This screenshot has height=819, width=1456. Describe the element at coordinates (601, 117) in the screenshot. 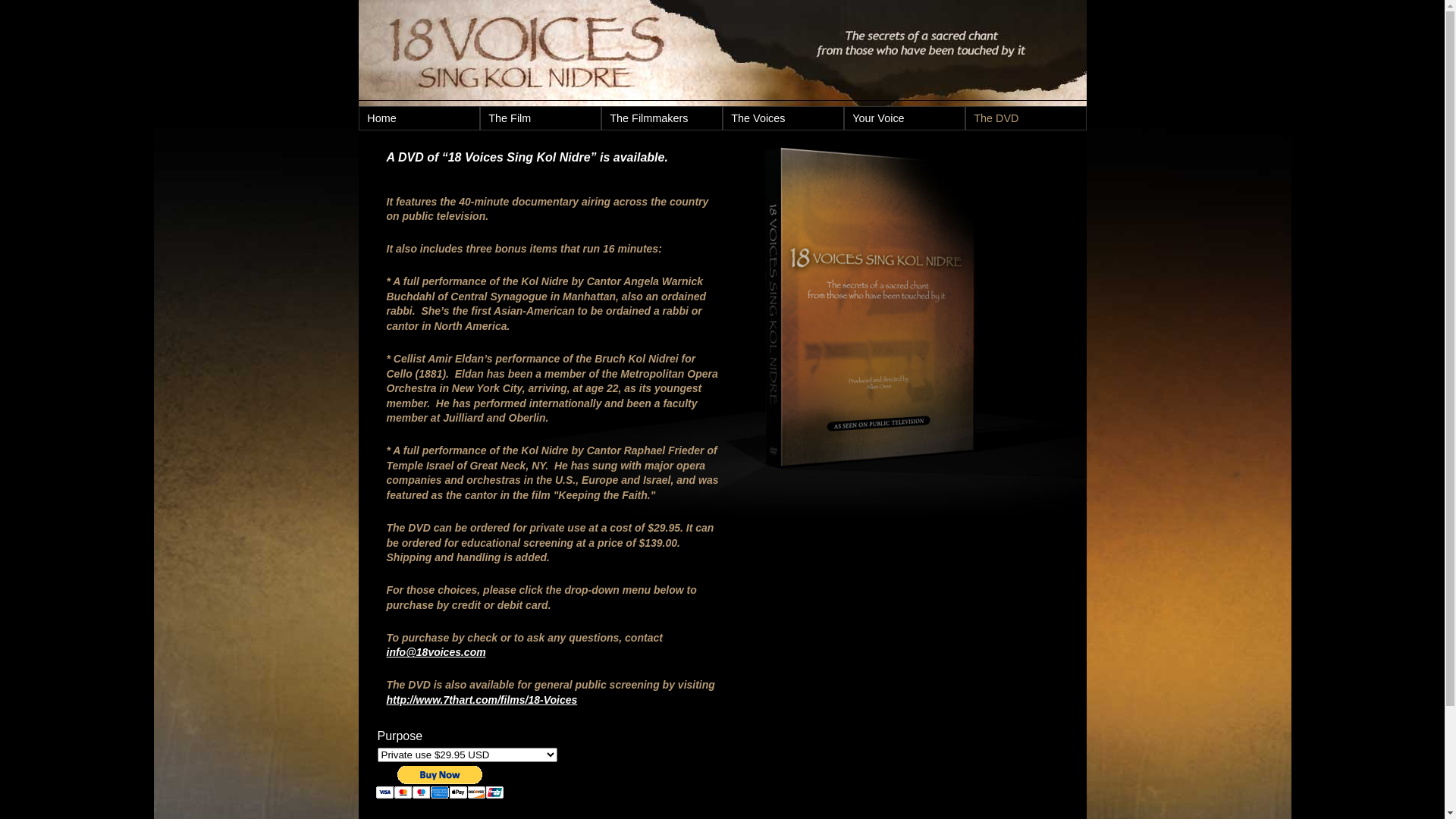

I see `'The Filmmakers'` at that location.